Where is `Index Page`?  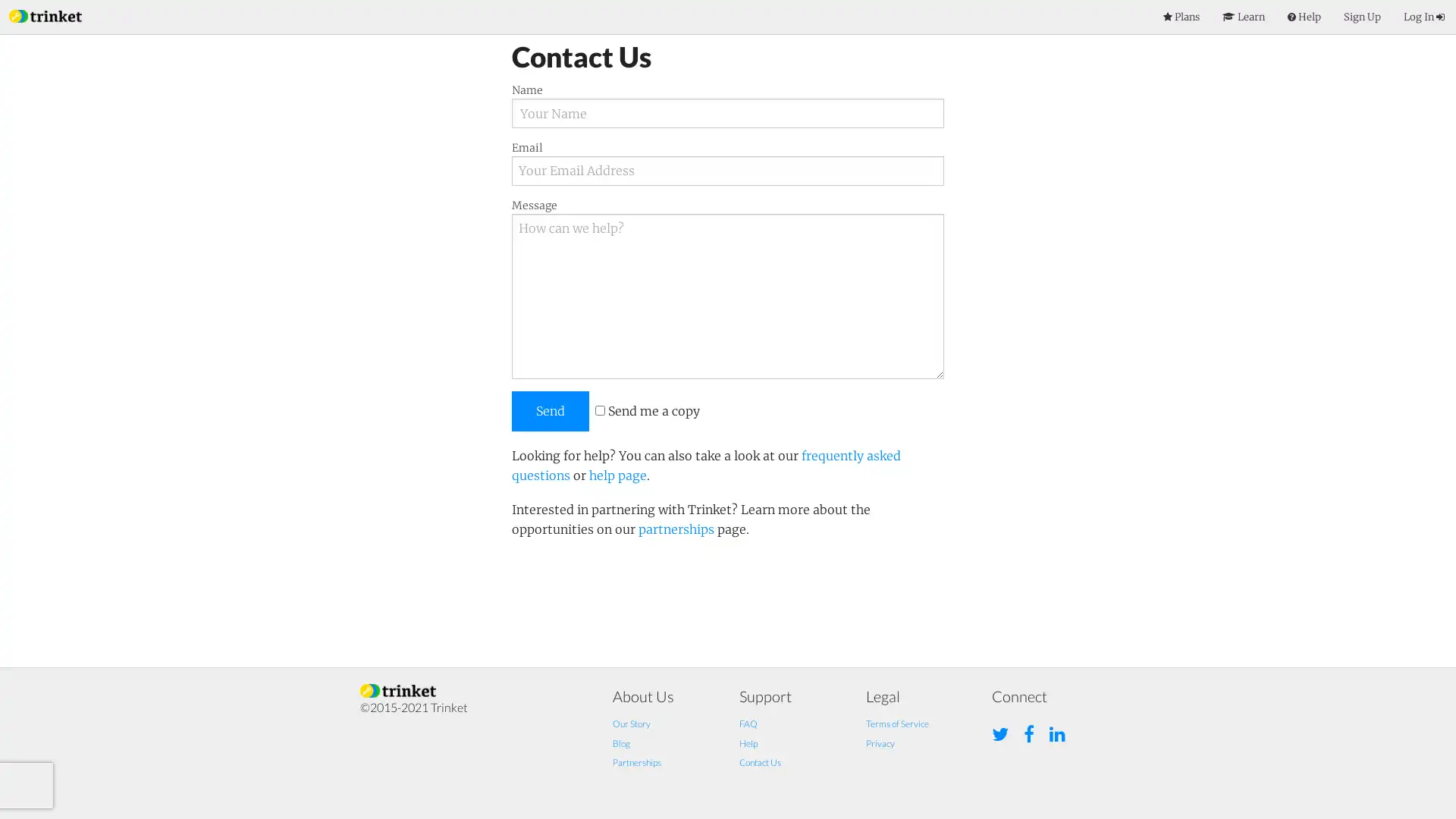
Index Page is located at coordinates (45, 14).